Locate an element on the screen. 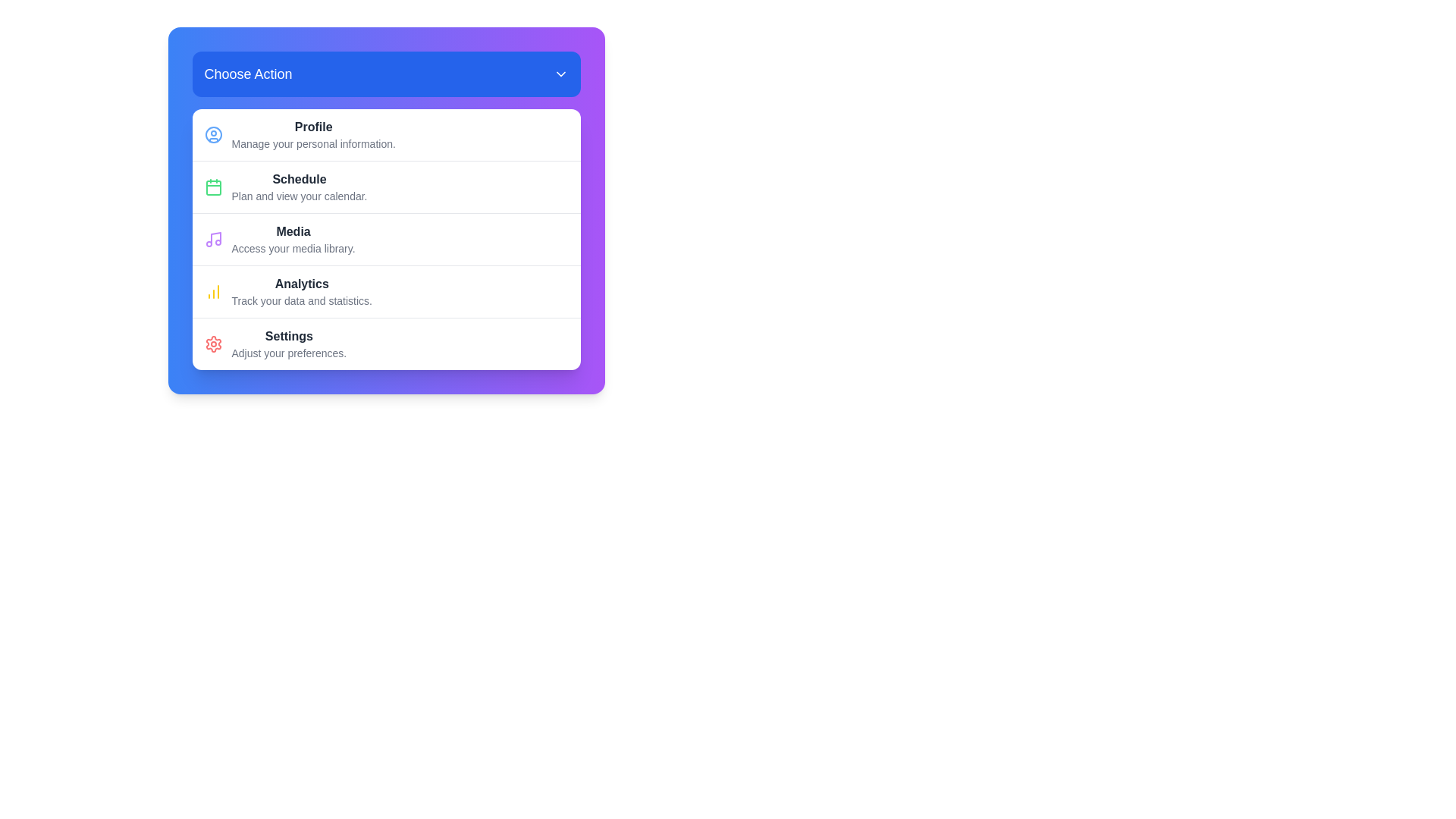  the static text label that reads 'Plan and view your calendar' located below the title 'Schedule' in the dropdown menu is located at coordinates (299, 195).